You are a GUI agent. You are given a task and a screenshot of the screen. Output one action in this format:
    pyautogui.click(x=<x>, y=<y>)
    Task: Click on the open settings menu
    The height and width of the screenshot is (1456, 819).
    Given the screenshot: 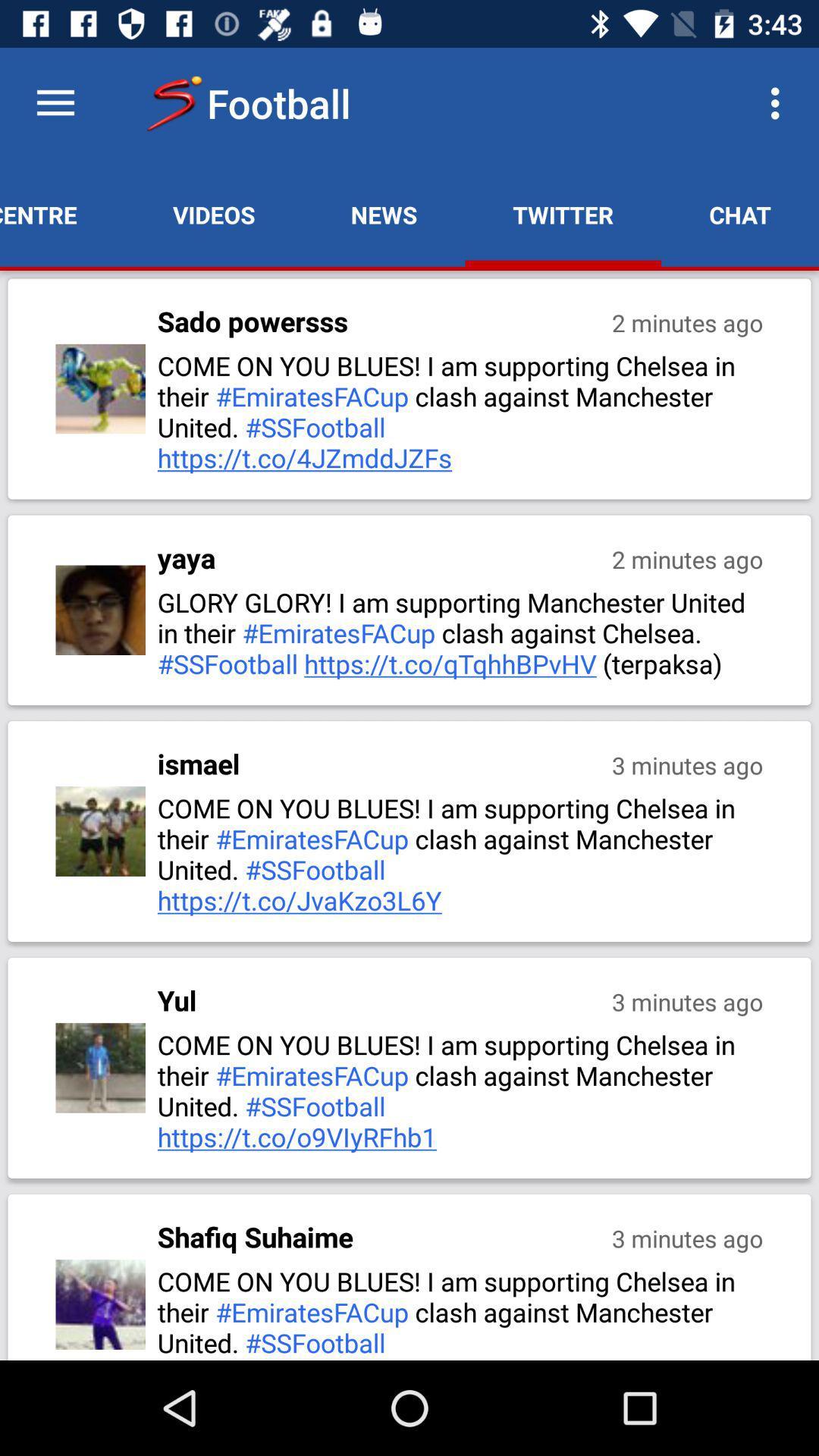 What is the action you would take?
    pyautogui.click(x=55, y=102)
    